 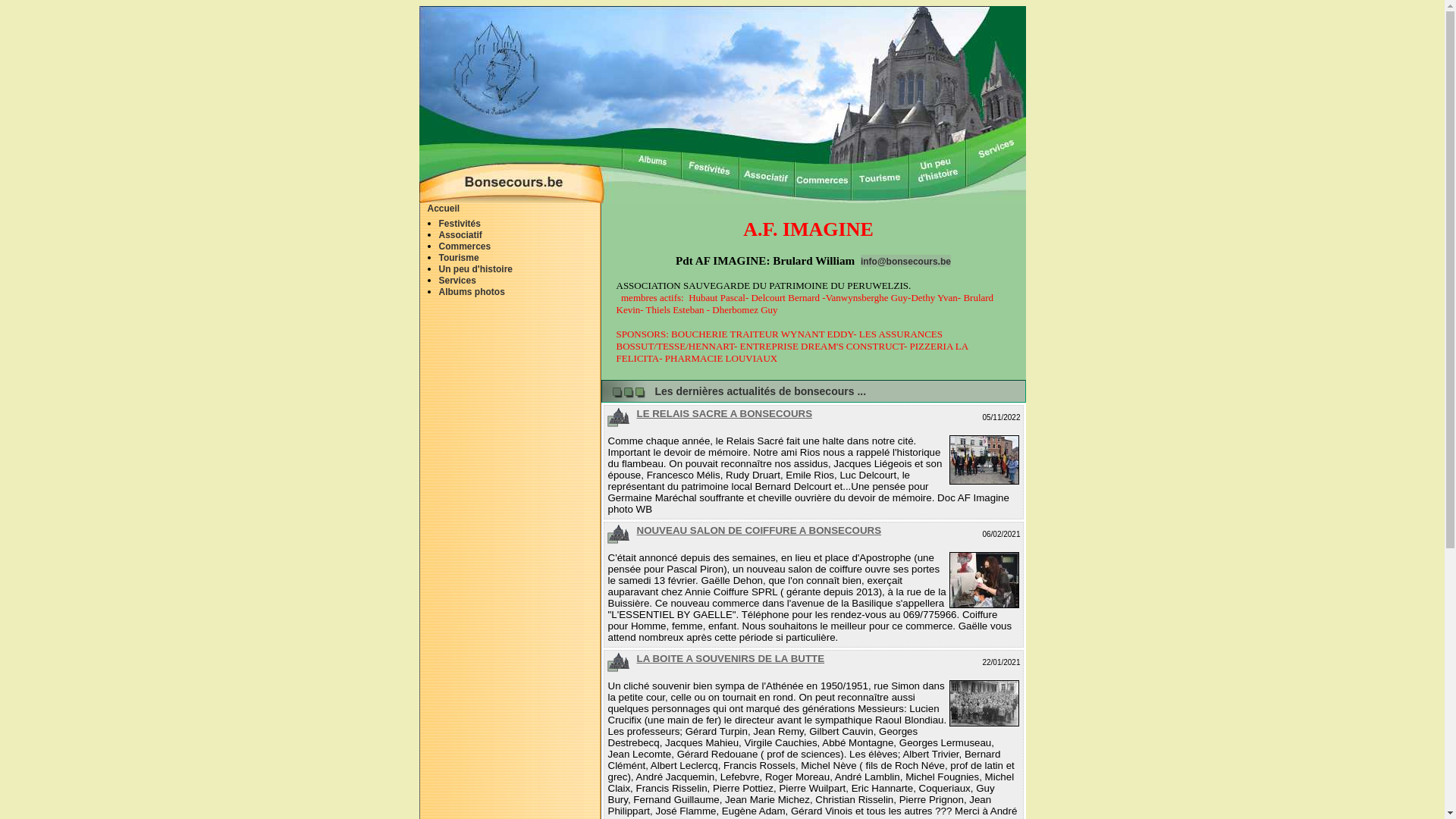 What do you see at coordinates (456, 281) in the screenshot?
I see `'Services'` at bounding box center [456, 281].